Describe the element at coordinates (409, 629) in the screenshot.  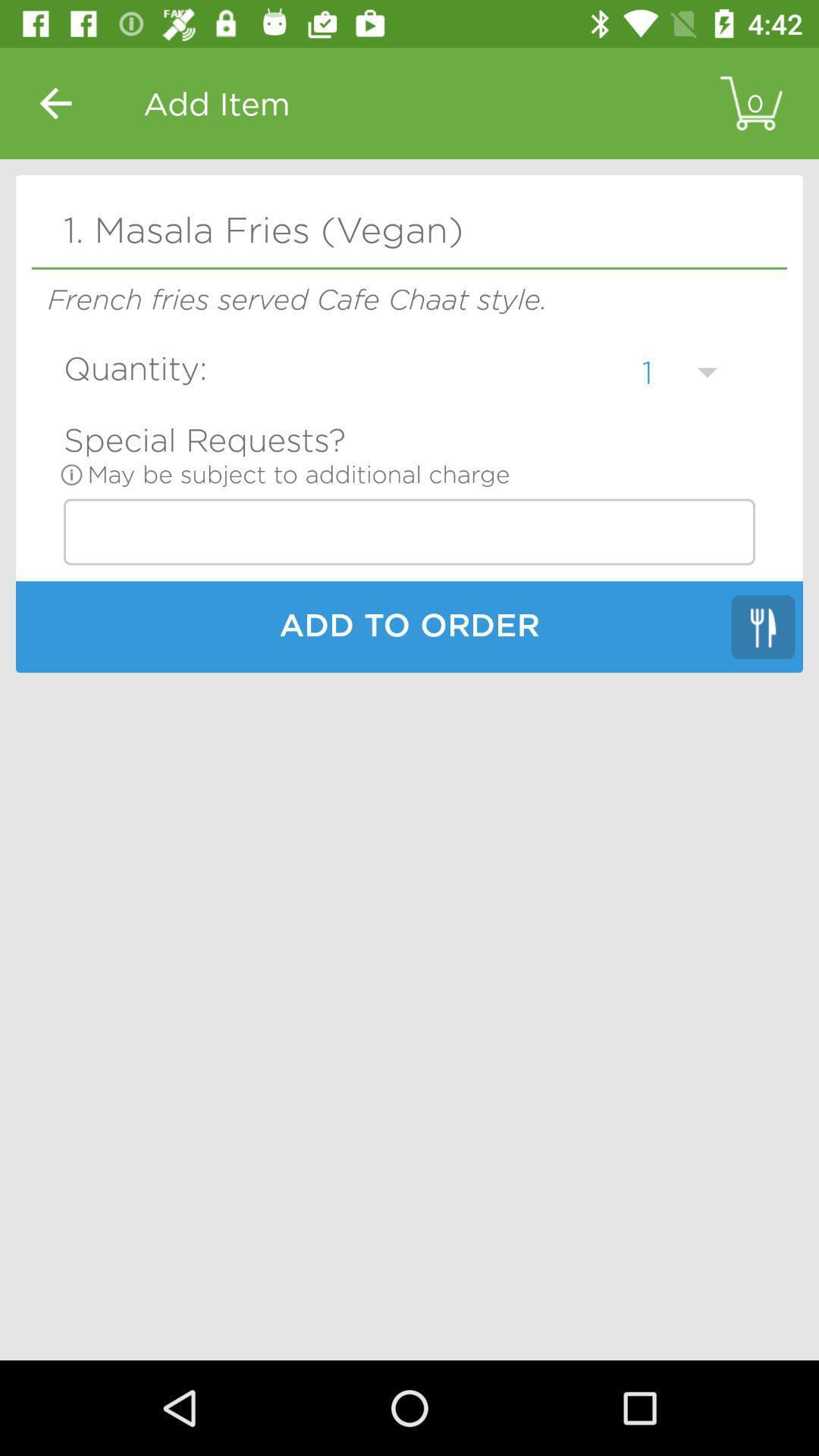
I see `add to order` at that location.